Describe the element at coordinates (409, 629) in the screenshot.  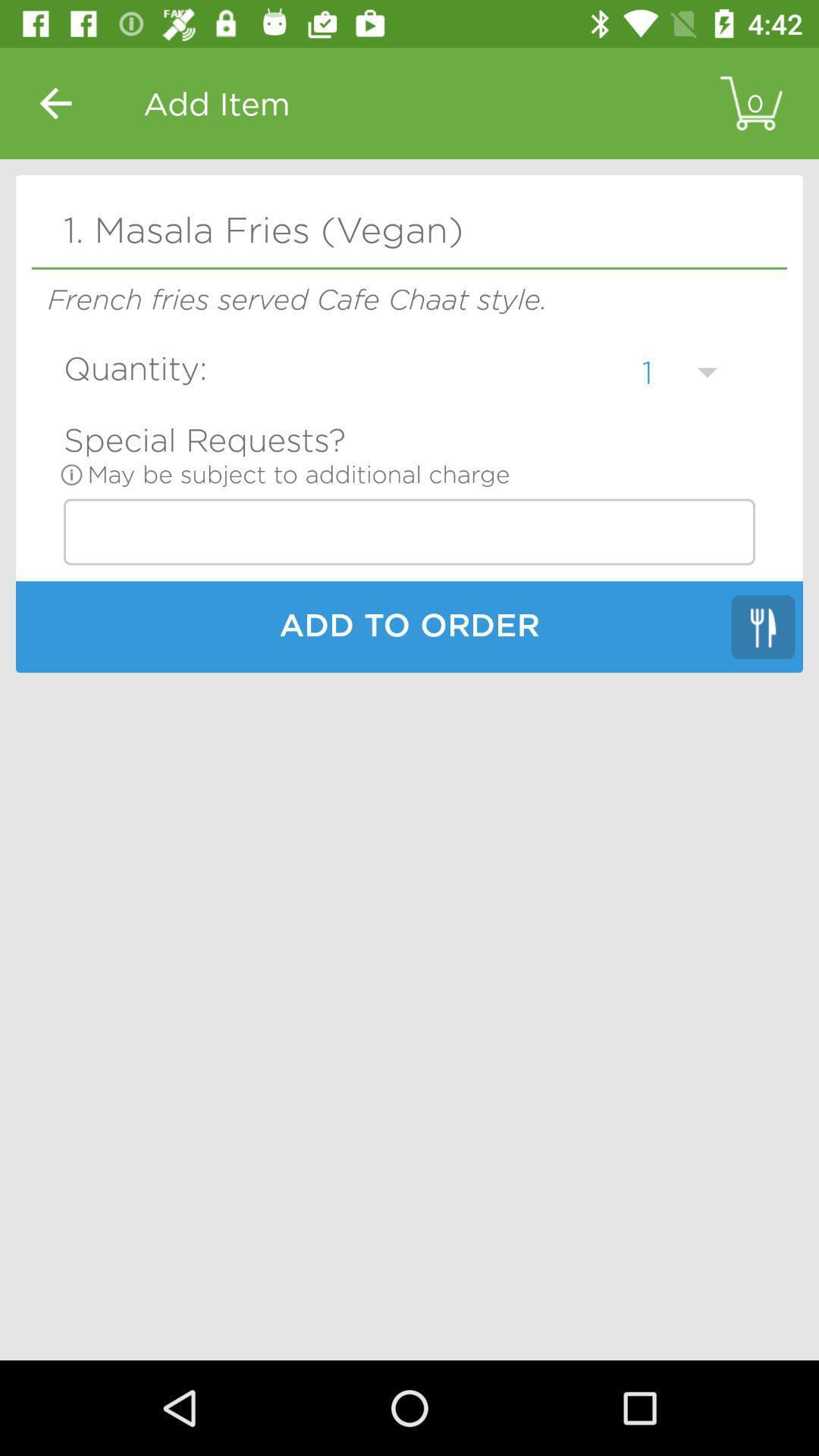
I see `add to order` at that location.